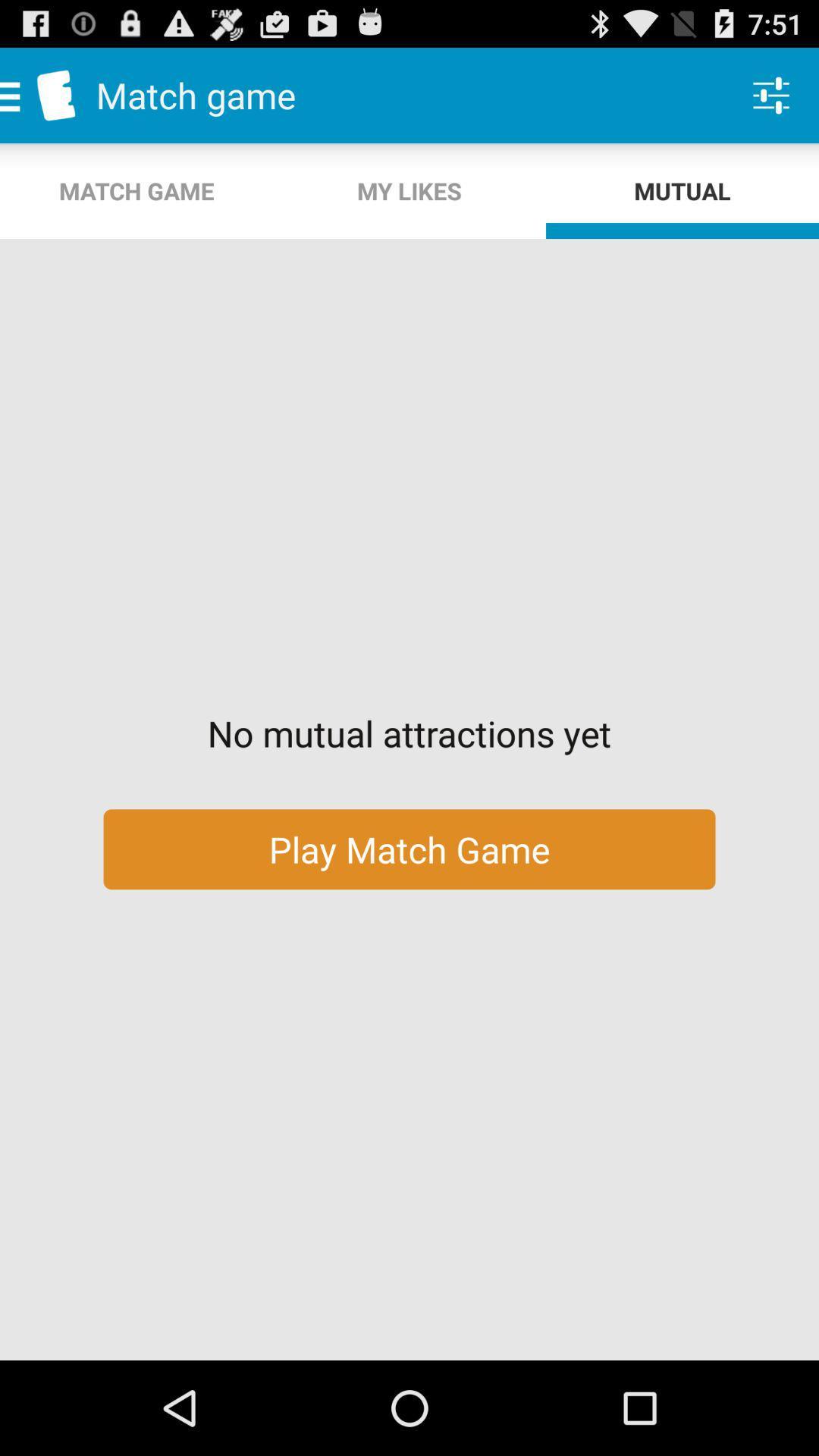  What do you see at coordinates (771, 94) in the screenshot?
I see `app next to my likes` at bounding box center [771, 94].